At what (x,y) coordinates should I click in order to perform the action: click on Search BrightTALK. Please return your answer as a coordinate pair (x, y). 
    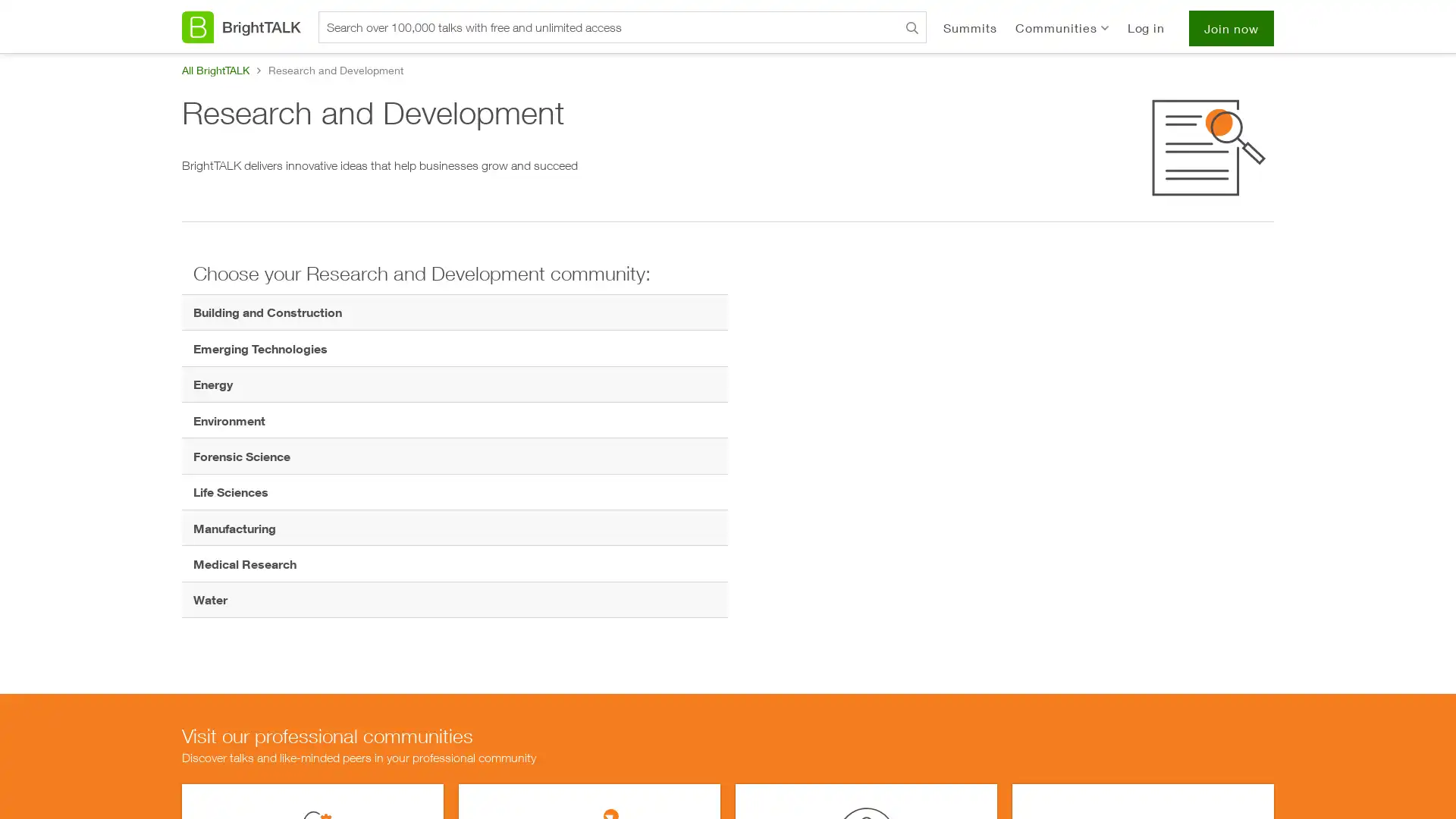
    Looking at the image, I should click on (912, 29).